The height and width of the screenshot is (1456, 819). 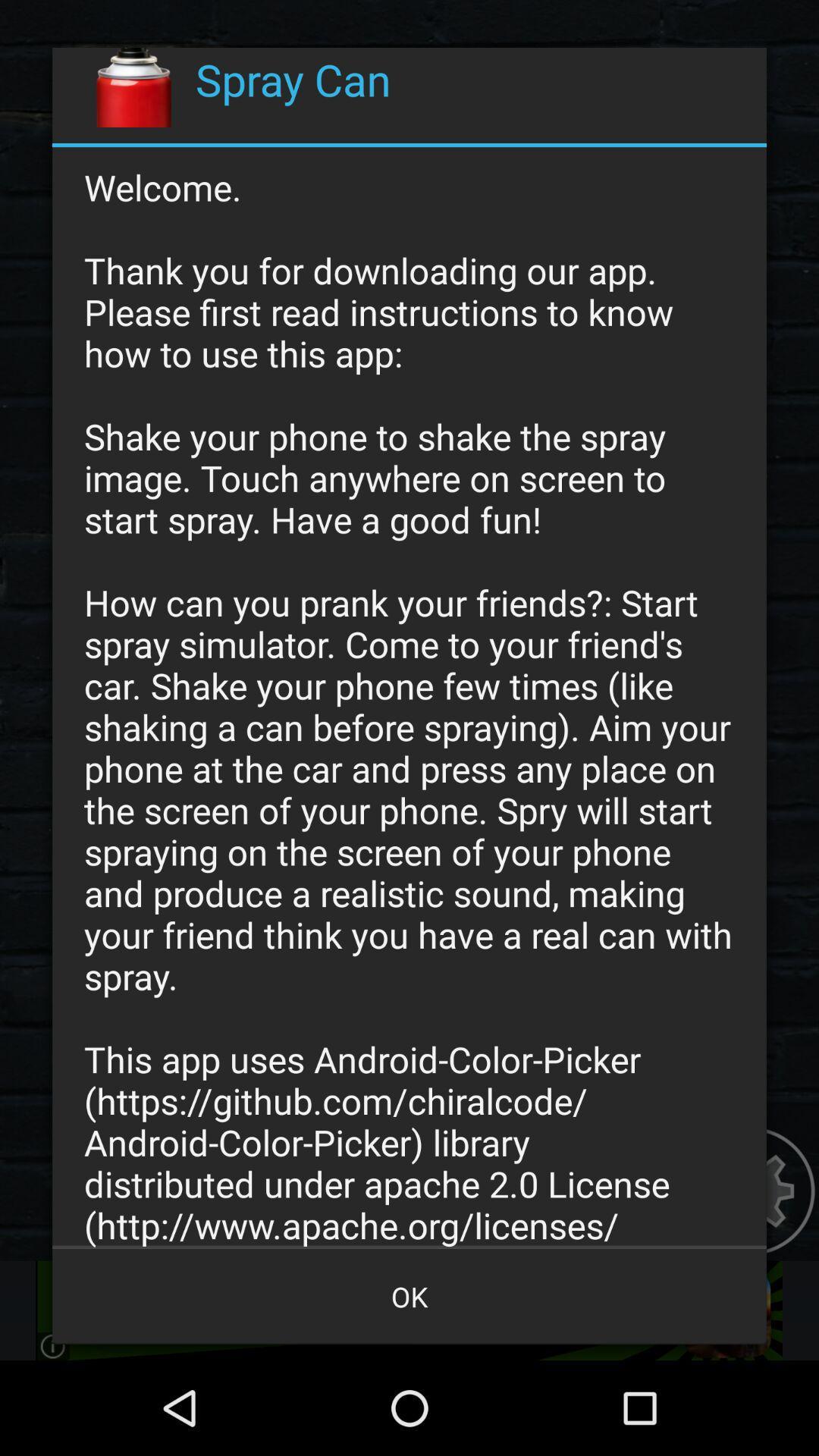 What do you see at coordinates (409, 1295) in the screenshot?
I see `the ok icon` at bounding box center [409, 1295].